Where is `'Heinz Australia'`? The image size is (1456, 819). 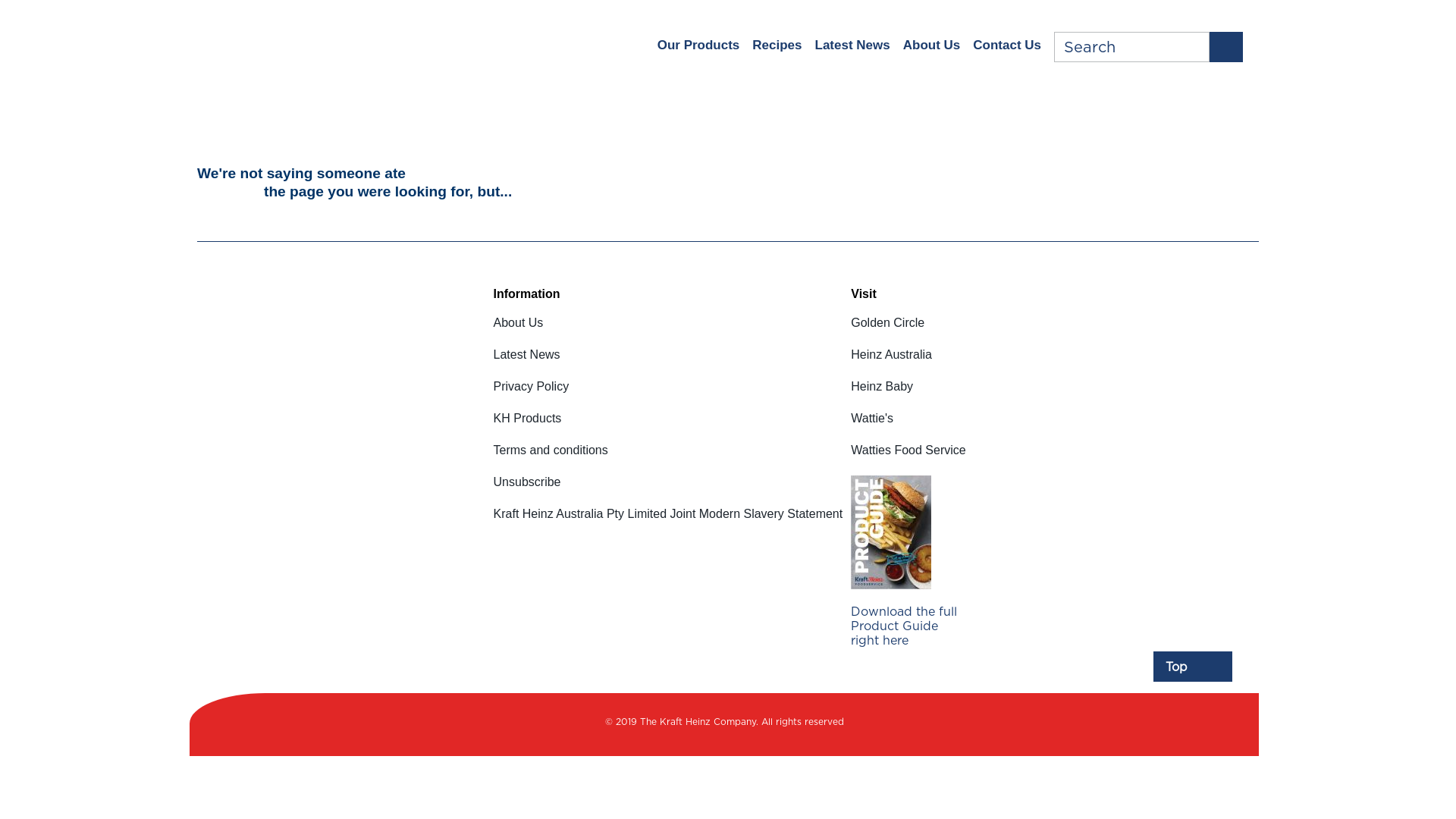
'Heinz Australia' is located at coordinates (908, 363).